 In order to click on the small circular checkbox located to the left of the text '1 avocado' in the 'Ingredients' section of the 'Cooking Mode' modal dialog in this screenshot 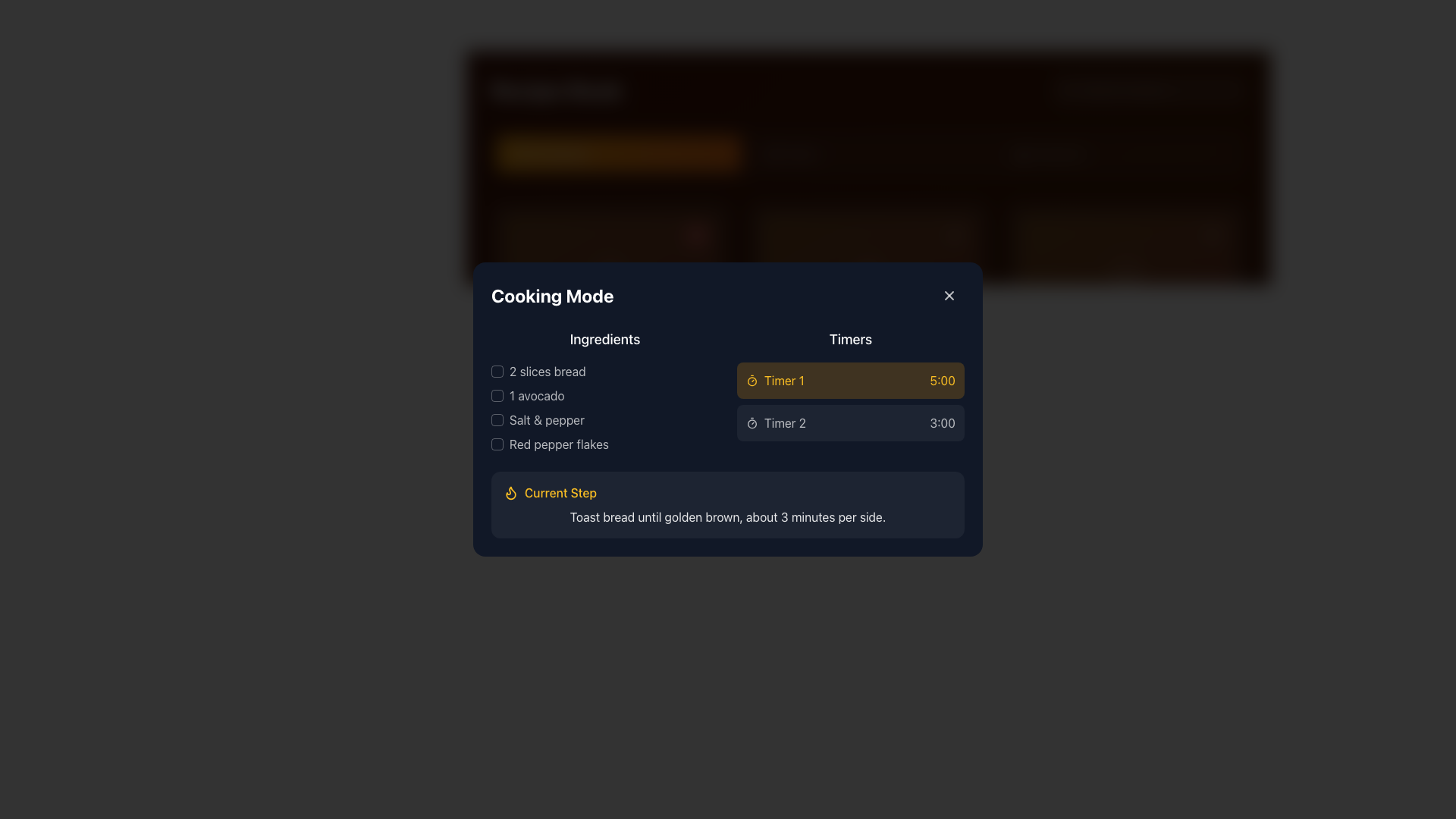, I will do `click(497, 394)`.